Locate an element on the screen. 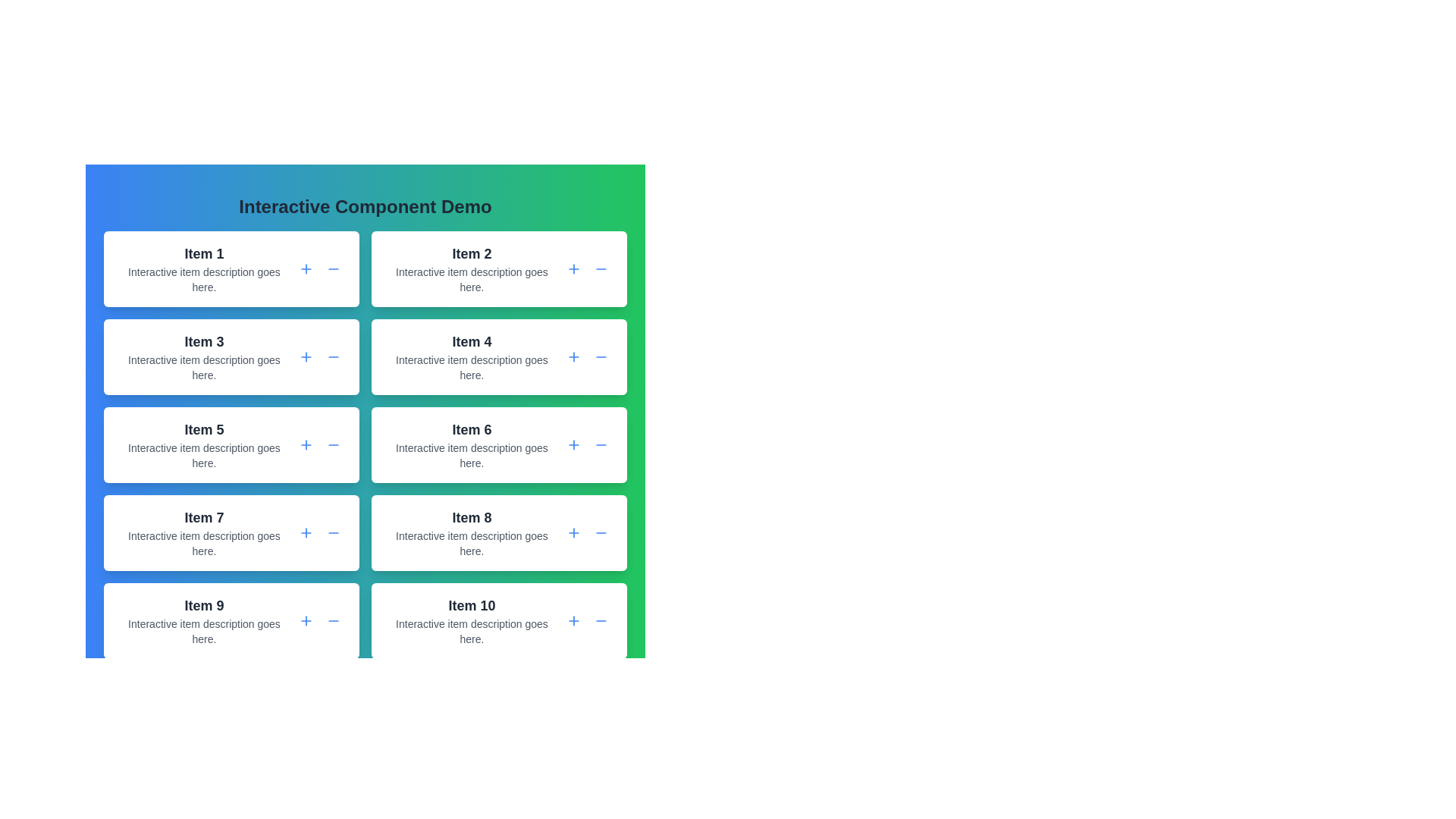  text on the Card component located at the bottom left corner of the grid layout, specifically the ninth item in the list is located at coordinates (203, 620).